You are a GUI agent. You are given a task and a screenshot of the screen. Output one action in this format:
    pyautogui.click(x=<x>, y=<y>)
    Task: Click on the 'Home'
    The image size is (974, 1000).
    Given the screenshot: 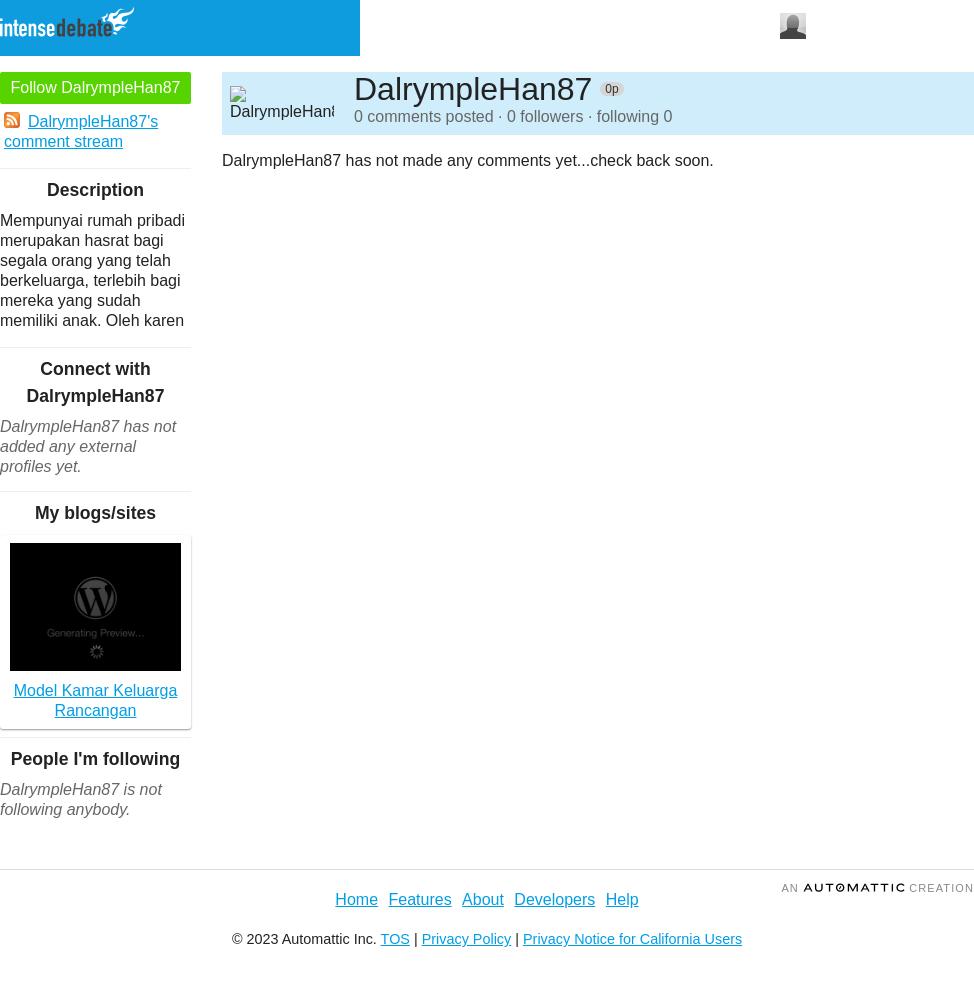 What is the action you would take?
    pyautogui.click(x=356, y=898)
    